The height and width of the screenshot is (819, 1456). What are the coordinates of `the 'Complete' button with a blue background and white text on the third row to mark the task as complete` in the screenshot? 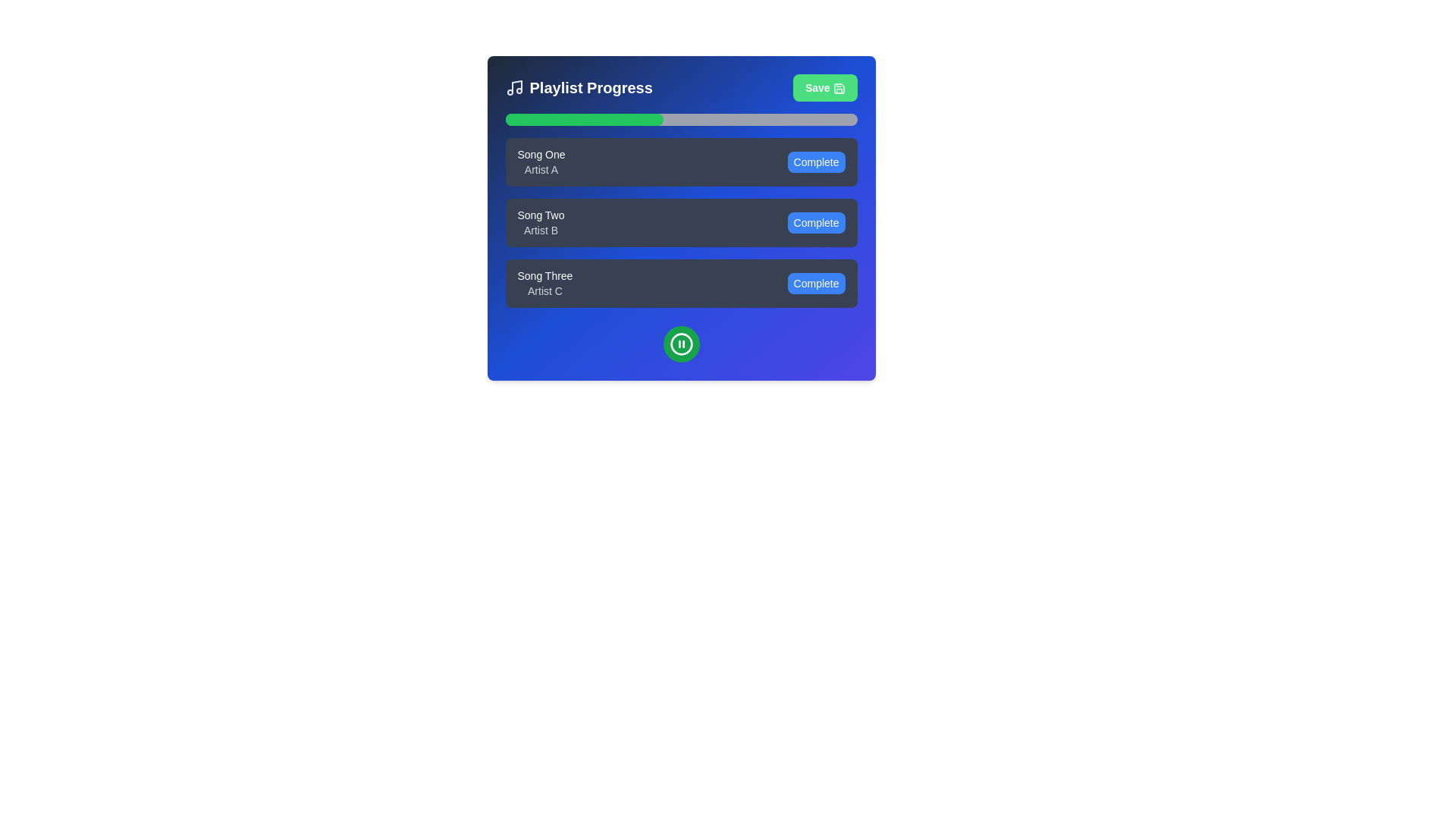 It's located at (815, 284).